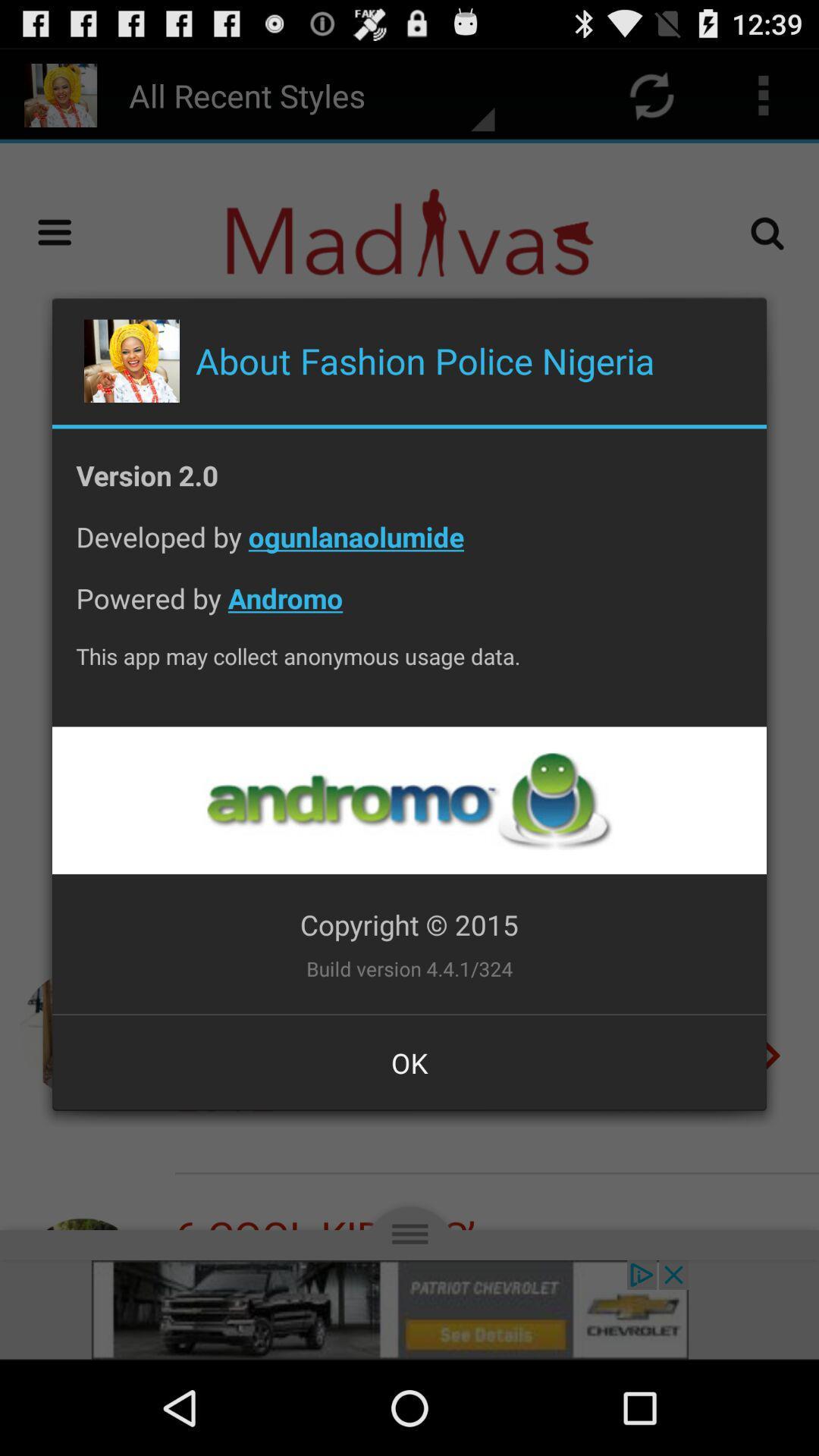 The image size is (819, 1456). Describe the element at coordinates (409, 610) in the screenshot. I see `powered by andromo app` at that location.